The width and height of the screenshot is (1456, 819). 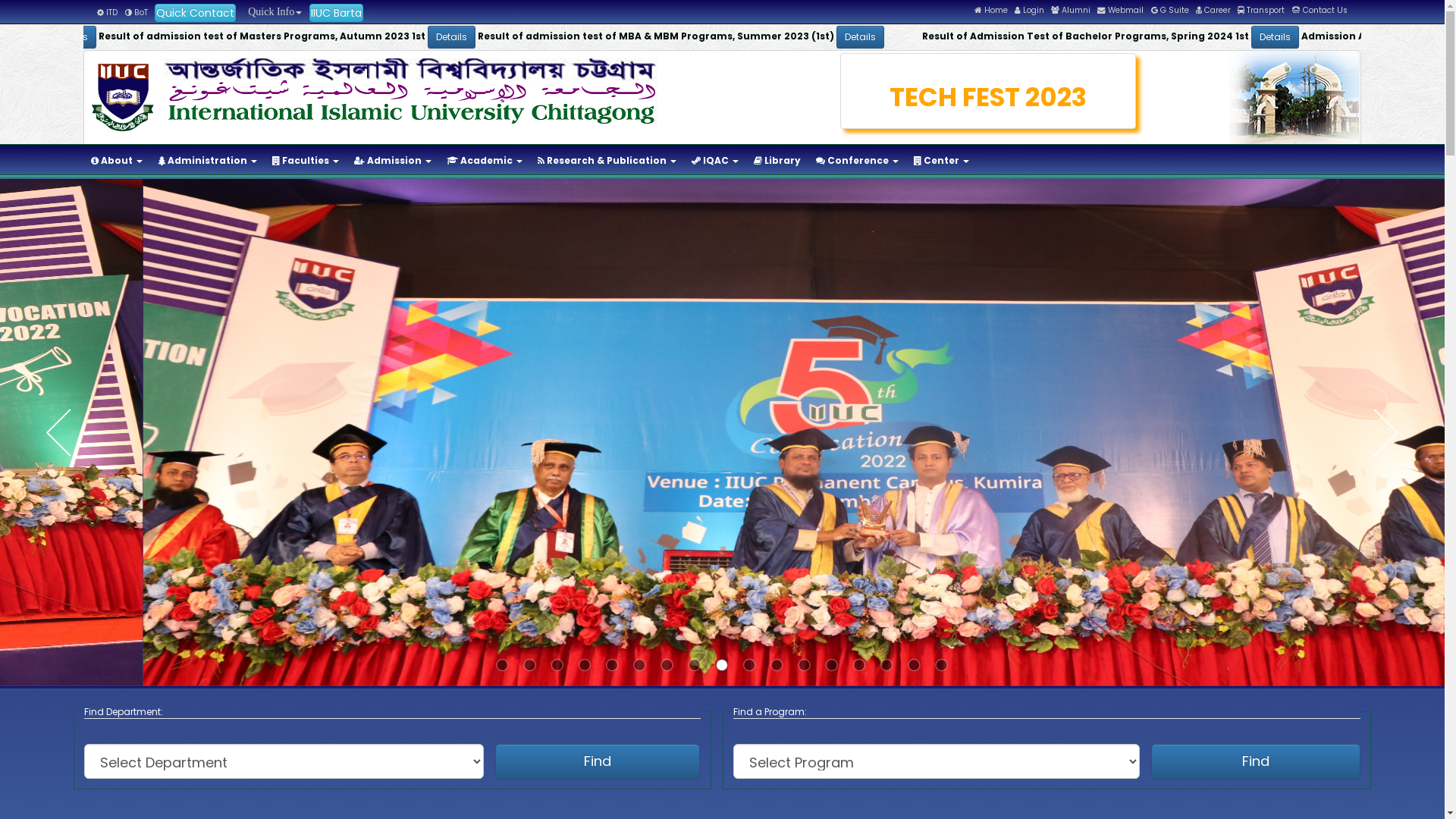 I want to click on 'ITD', so click(x=106, y=12).